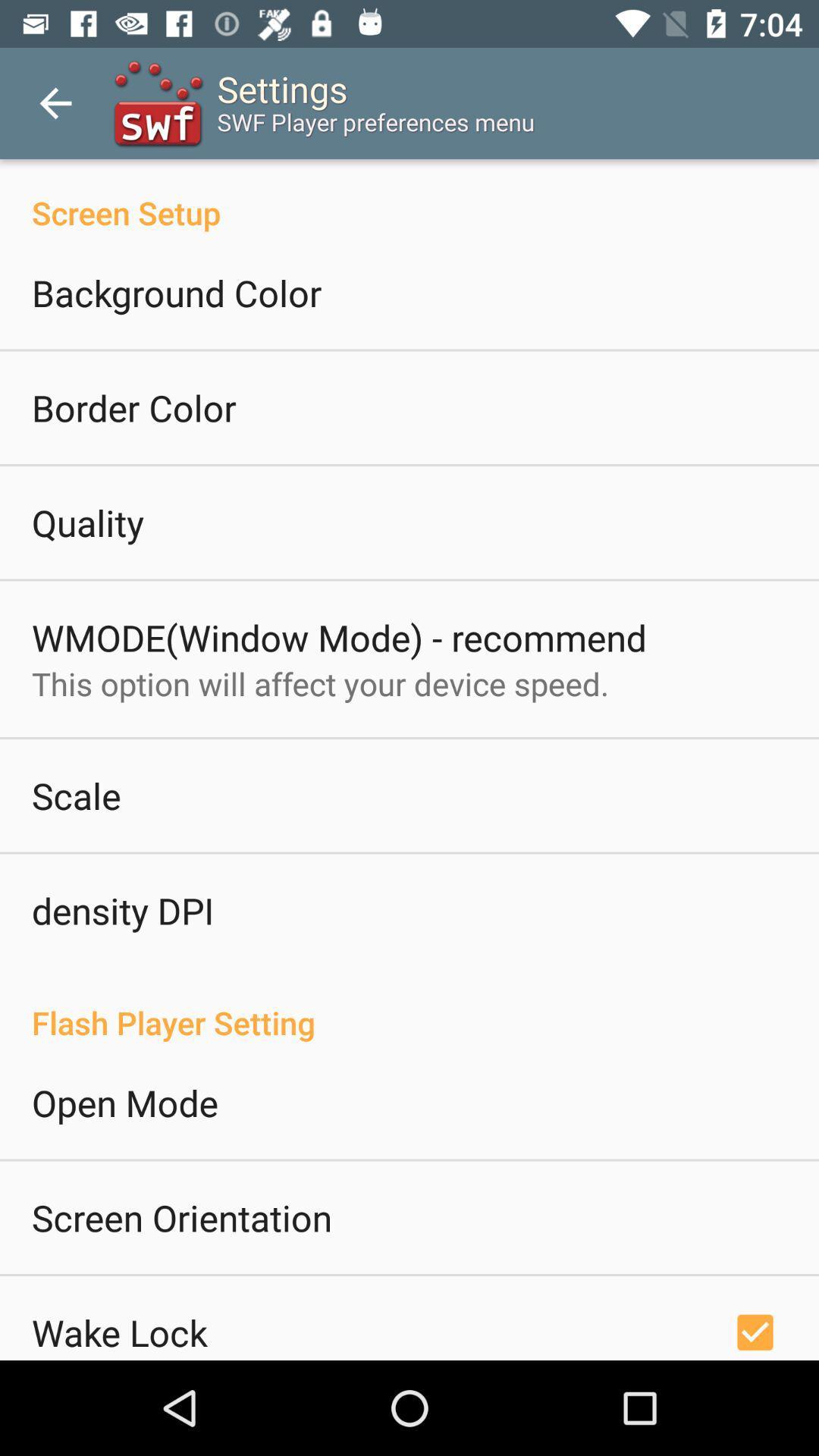 This screenshot has width=819, height=1456. Describe the element at coordinates (338, 637) in the screenshot. I see `item above this option will` at that location.